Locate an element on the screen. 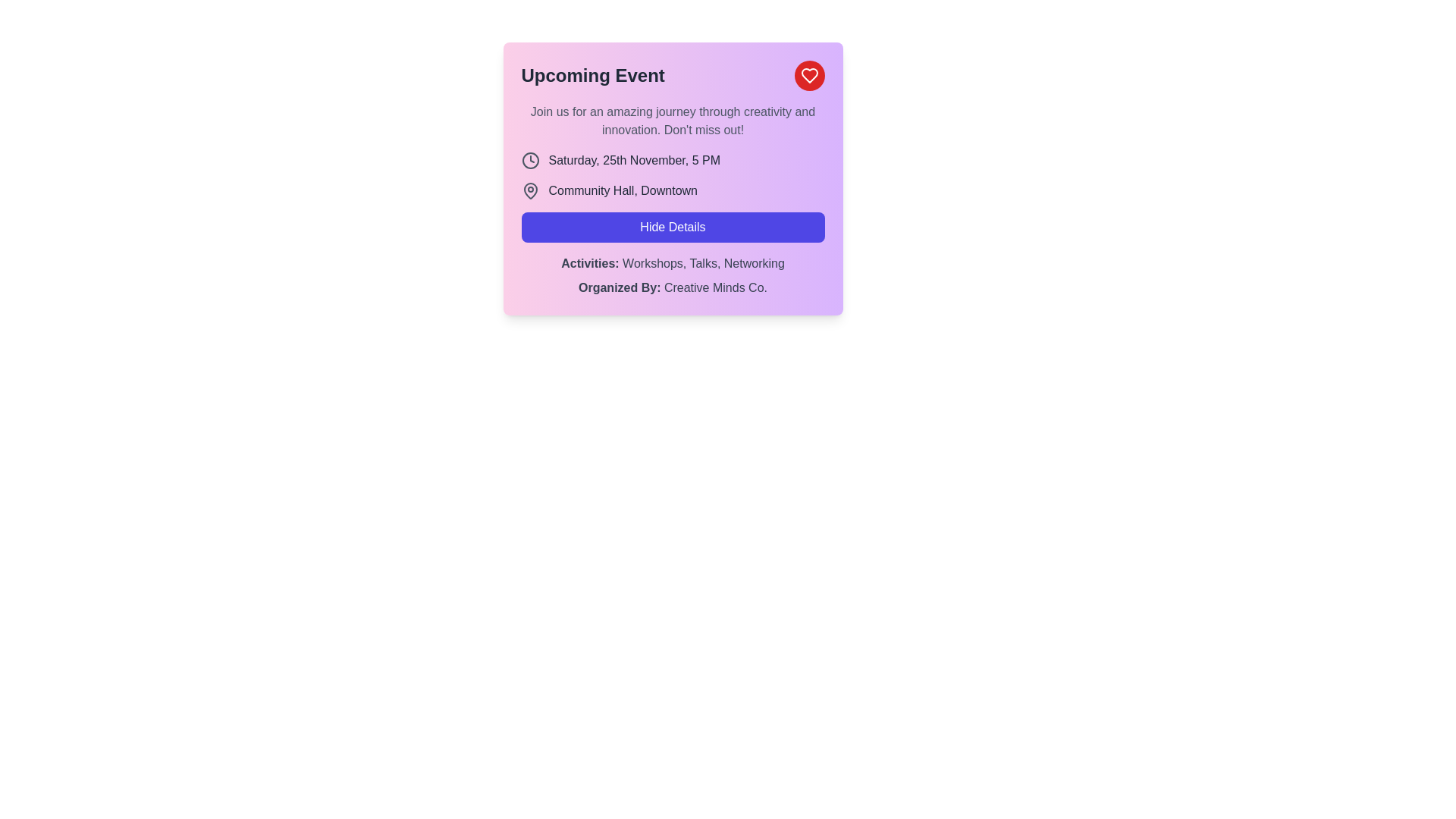 This screenshot has width=1456, height=819. the heart-shaped icon outlined in white, located within a circular button with a red background, to favorite the event is located at coordinates (808, 76).